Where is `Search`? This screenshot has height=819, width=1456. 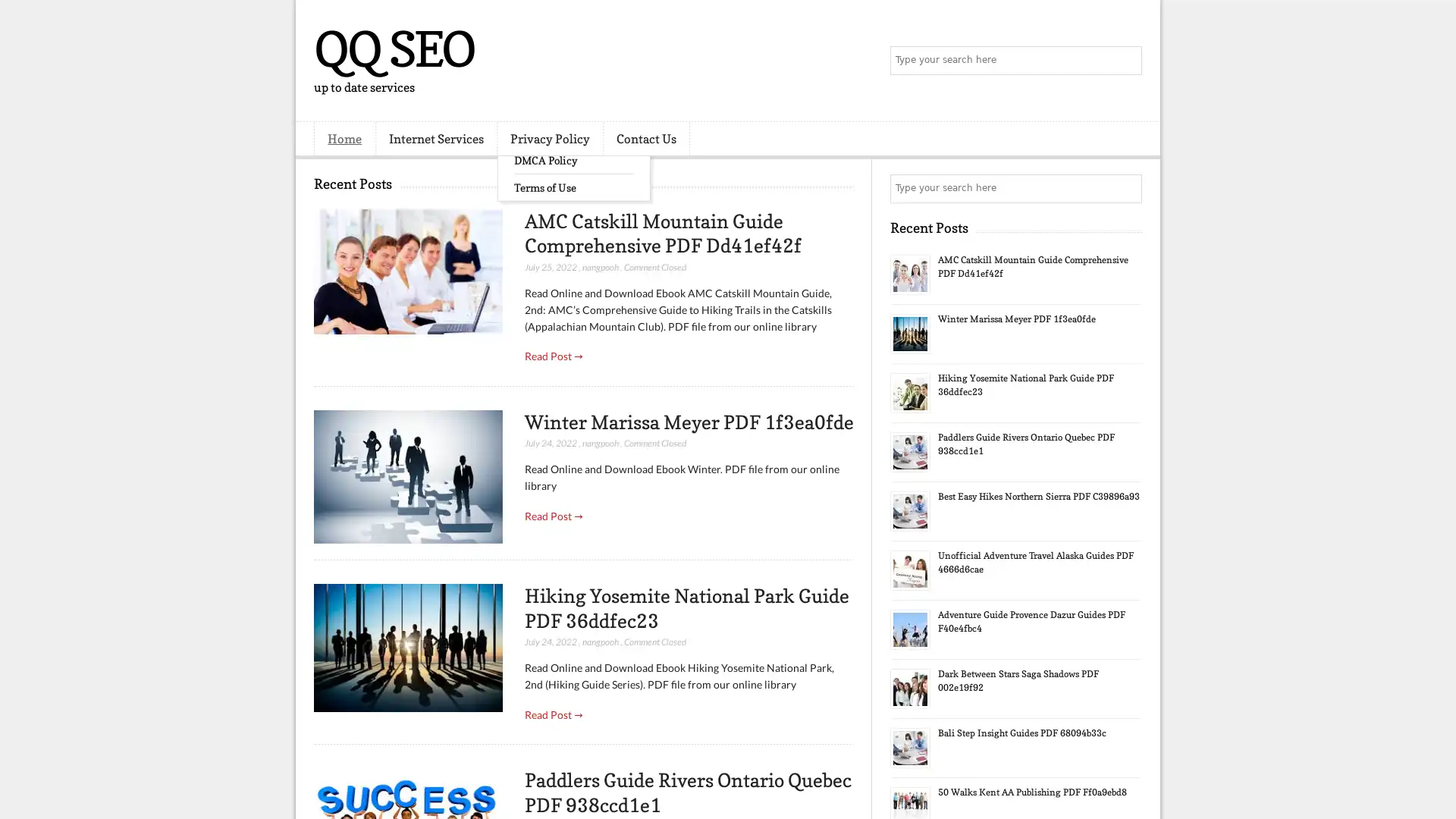
Search is located at coordinates (1126, 188).